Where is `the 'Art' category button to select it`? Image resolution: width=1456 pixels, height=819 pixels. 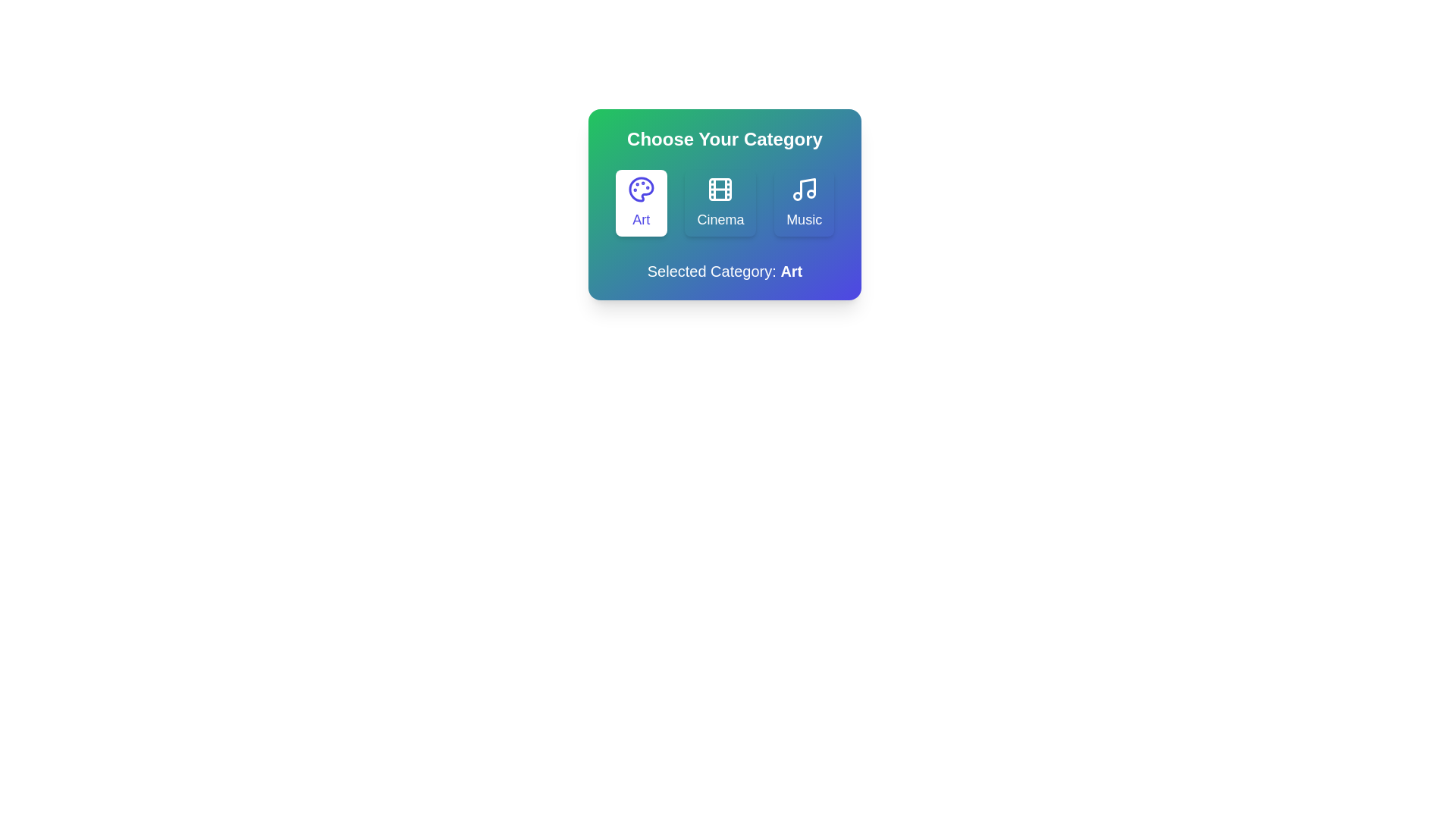 the 'Art' category button to select it is located at coordinates (641, 202).